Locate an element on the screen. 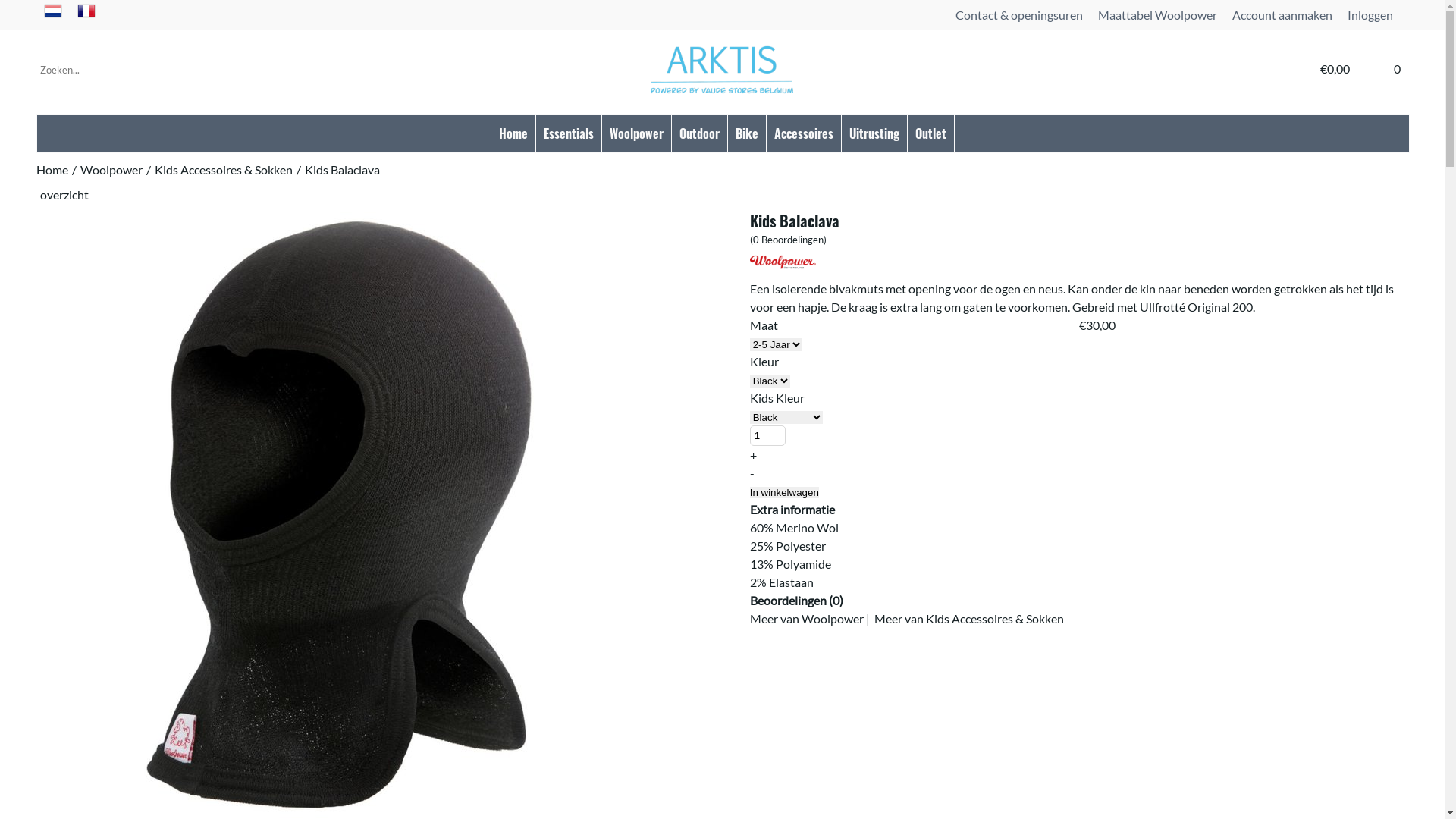 Image resolution: width=1456 pixels, height=819 pixels. 'Meer van Kids Accessoires & Sokken' is located at coordinates (968, 618).